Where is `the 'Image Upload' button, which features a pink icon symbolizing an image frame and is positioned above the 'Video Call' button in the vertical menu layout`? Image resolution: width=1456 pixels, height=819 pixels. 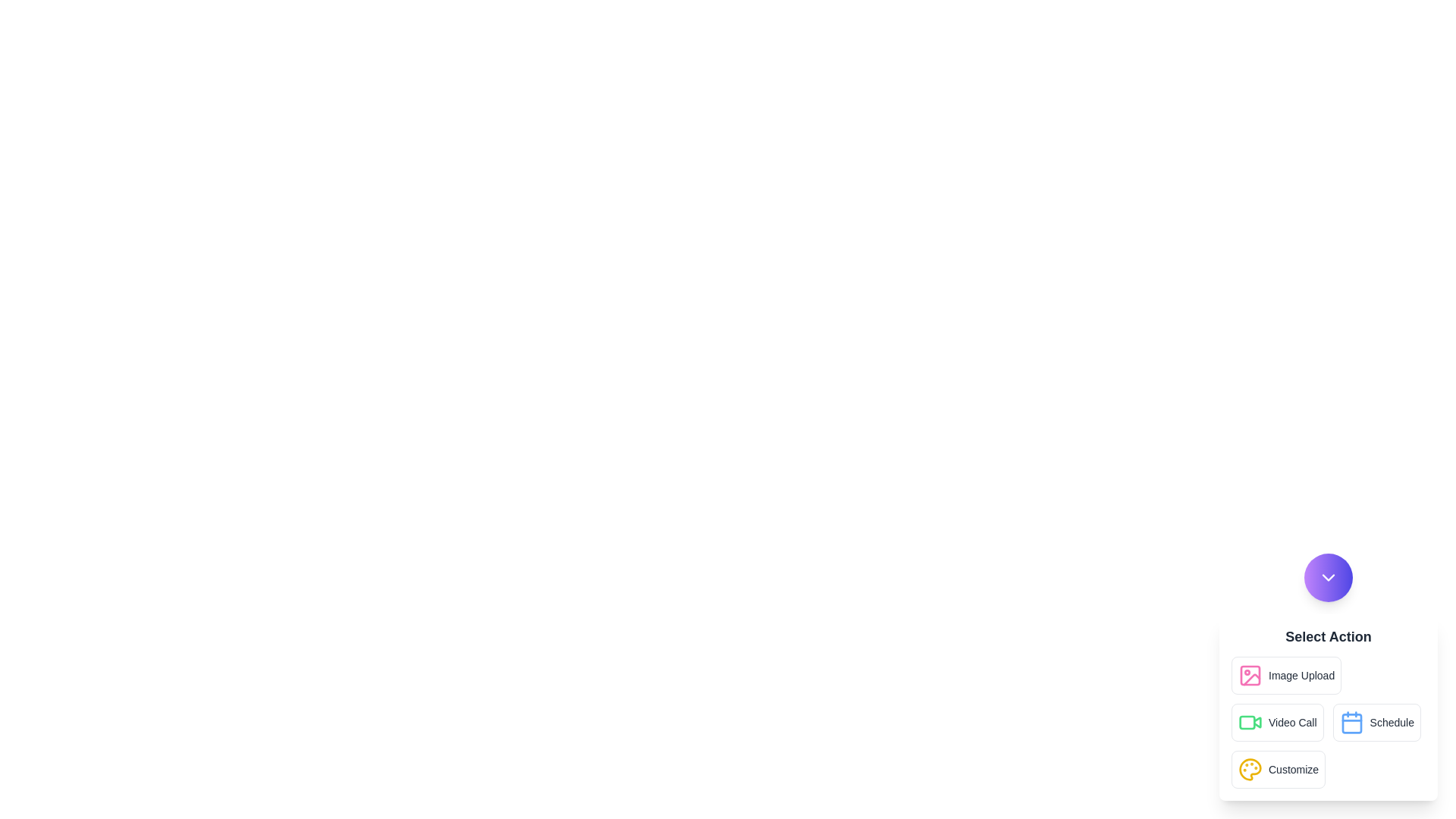
the 'Image Upload' button, which features a pink icon symbolizing an image frame and is positioned above the 'Video Call' button in the vertical menu layout is located at coordinates (1285, 675).